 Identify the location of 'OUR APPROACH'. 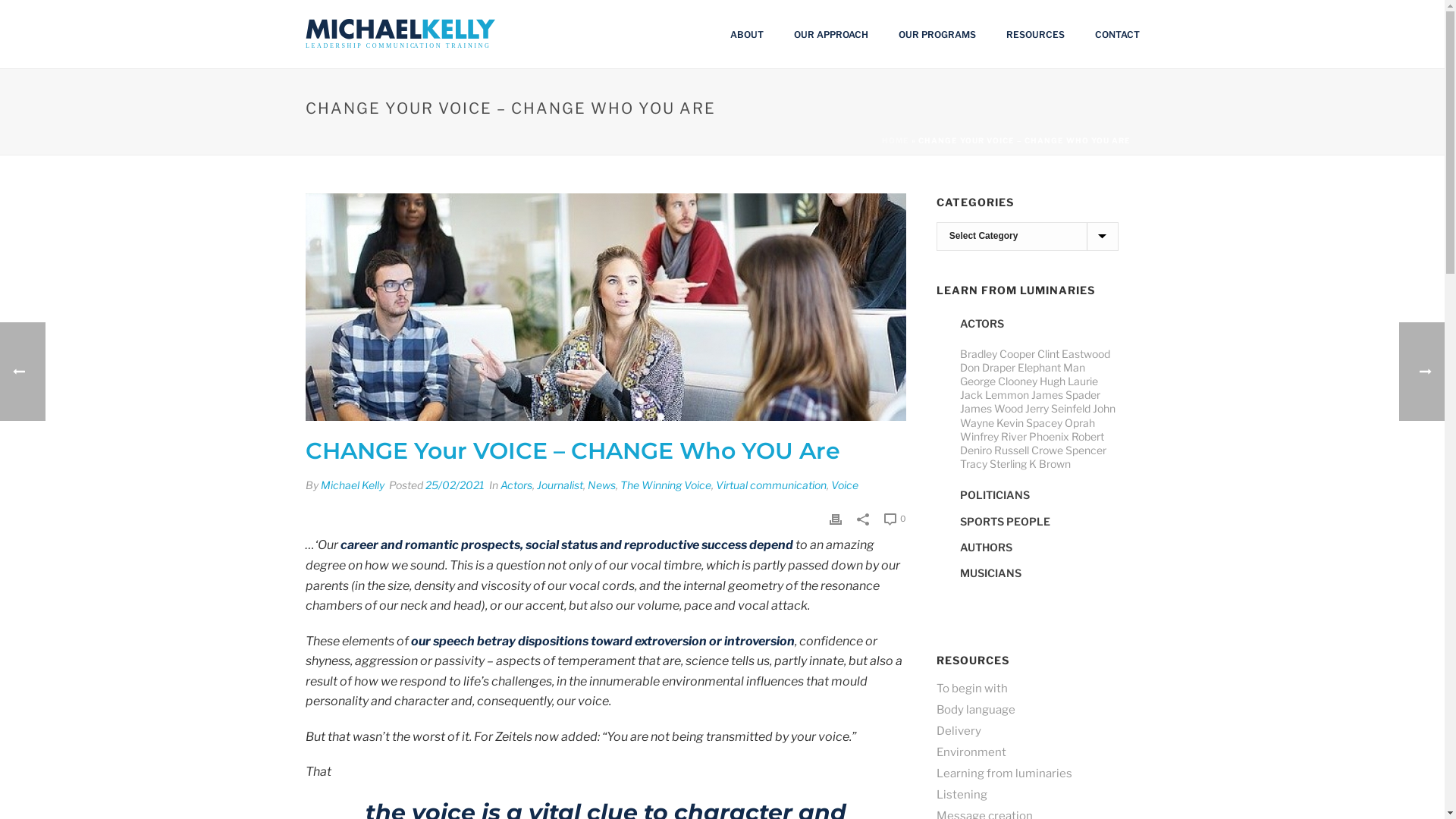
(829, 34).